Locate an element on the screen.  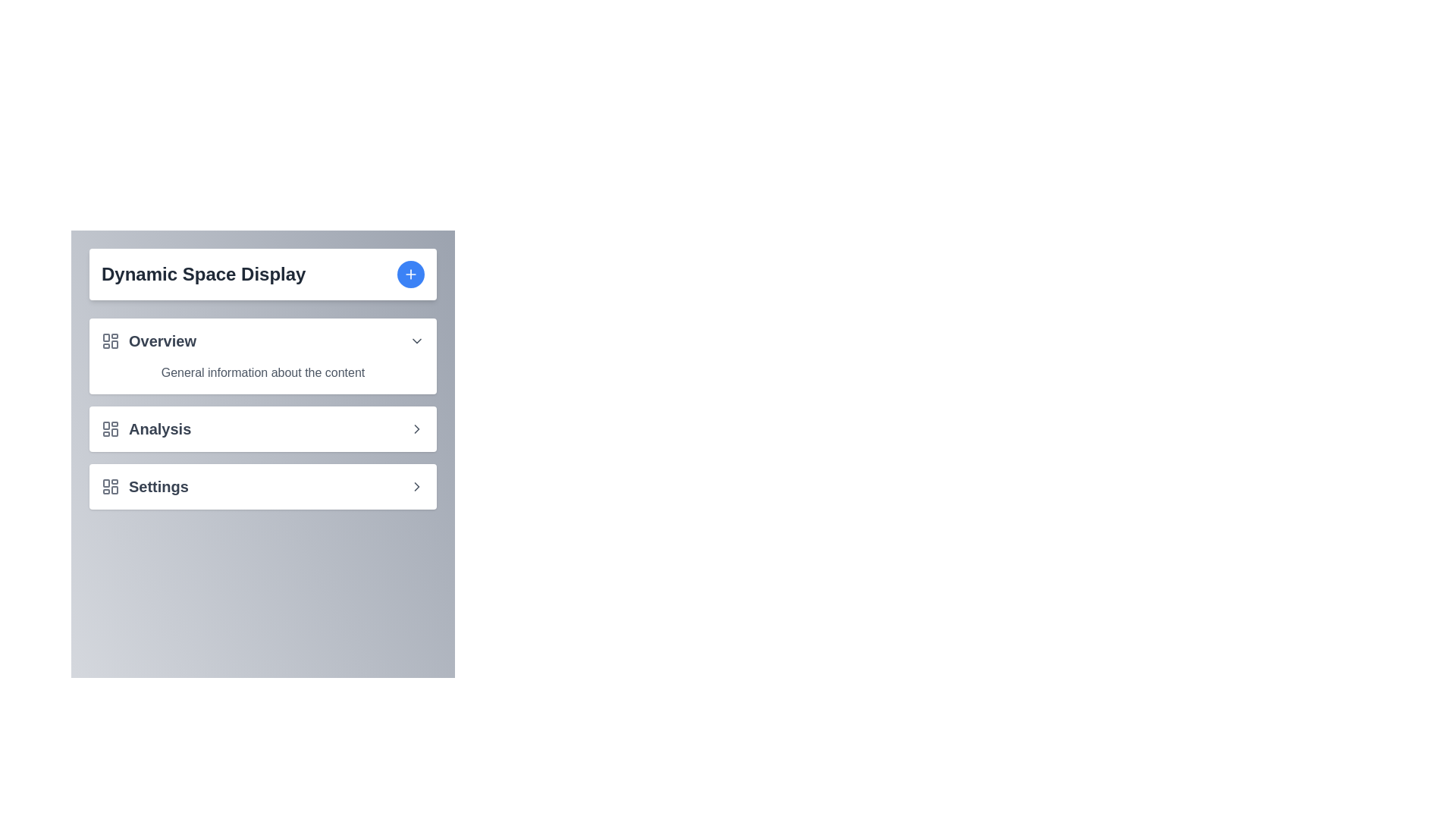
the Chevron Icon pointing to the right located in the Settings row is located at coordinates (417, 486).